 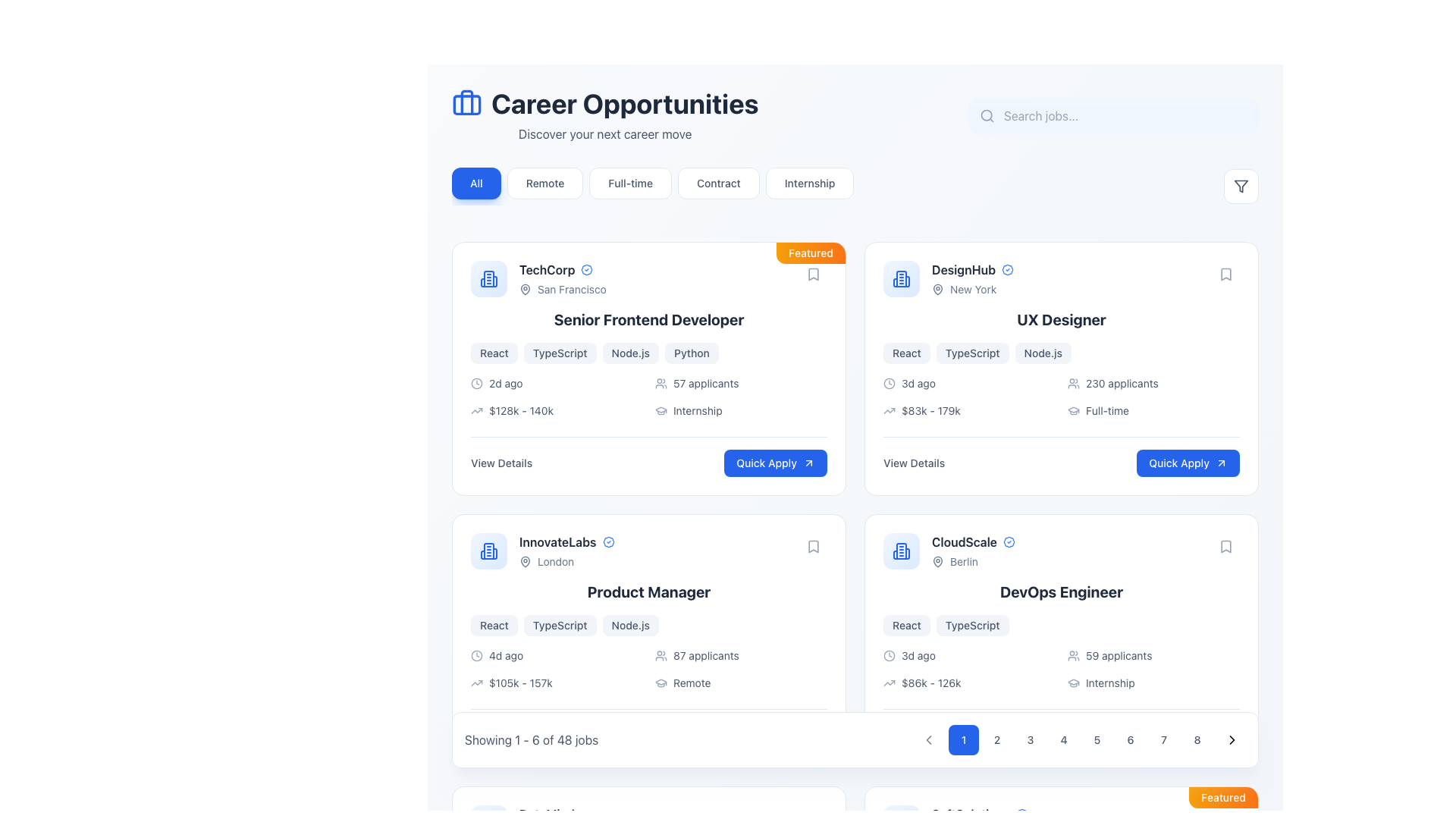 What do you see at coordinates (813, 547) in the screenshot?
I see `the bookmark icon located in the top-right corner of the 'InnovateLabs' job listing card` at bounding box center [813, 547].